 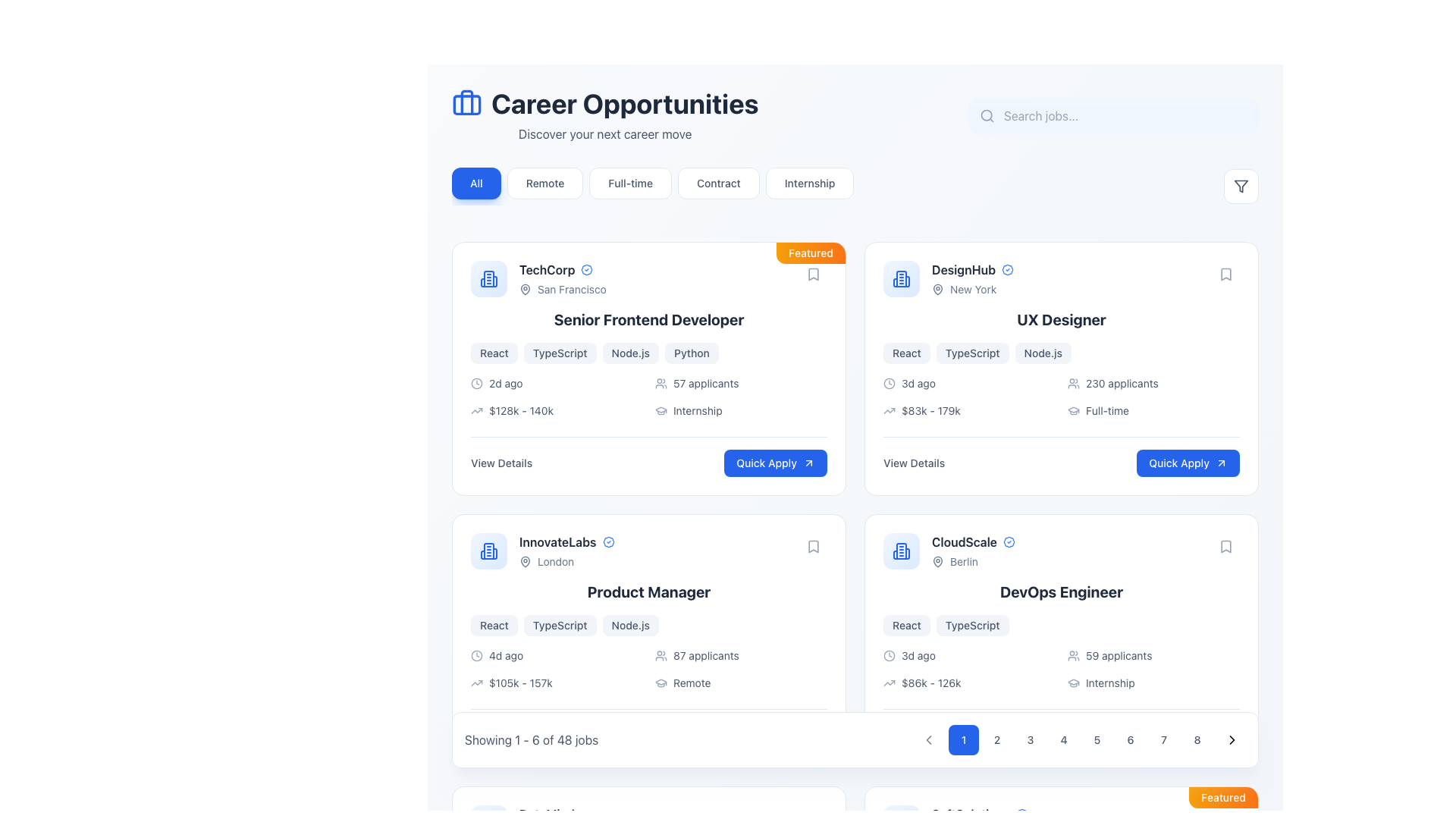 What do you see at coordinates (813, 547) in the screenshot?
I see `the bookmark icon located in the top-right corner of the 'InnovateLabs' job listing card` at bounding box center [813, 547].